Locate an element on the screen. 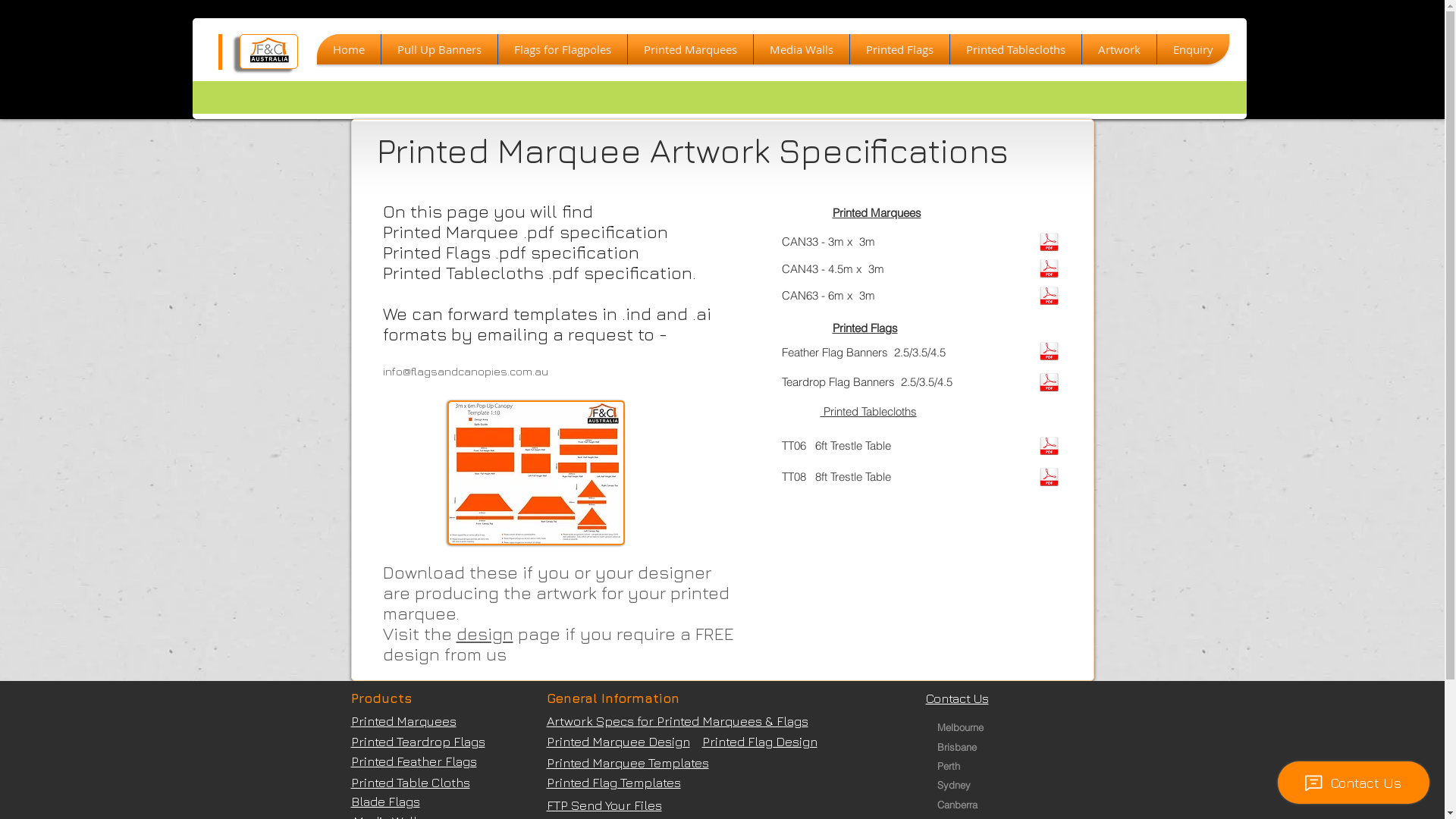 The width and height of the screenshot is (1456, 819). 'FTP Send Your Files' is located at coordinates (546, 804).